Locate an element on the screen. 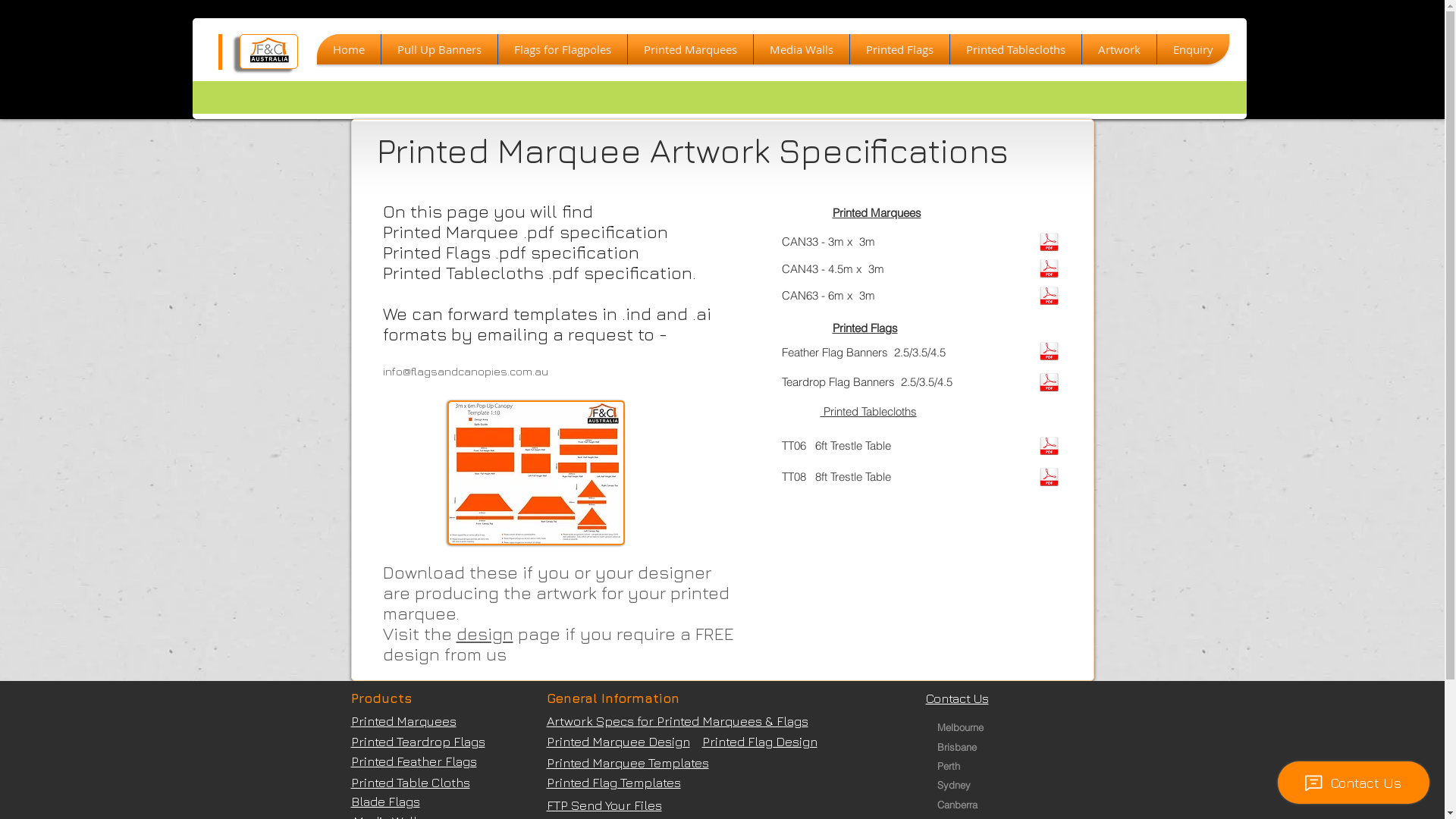 The width and height of the screenshot is (1456, 819). 'FTP Send Your Files' is located at coordinates (546, 804).